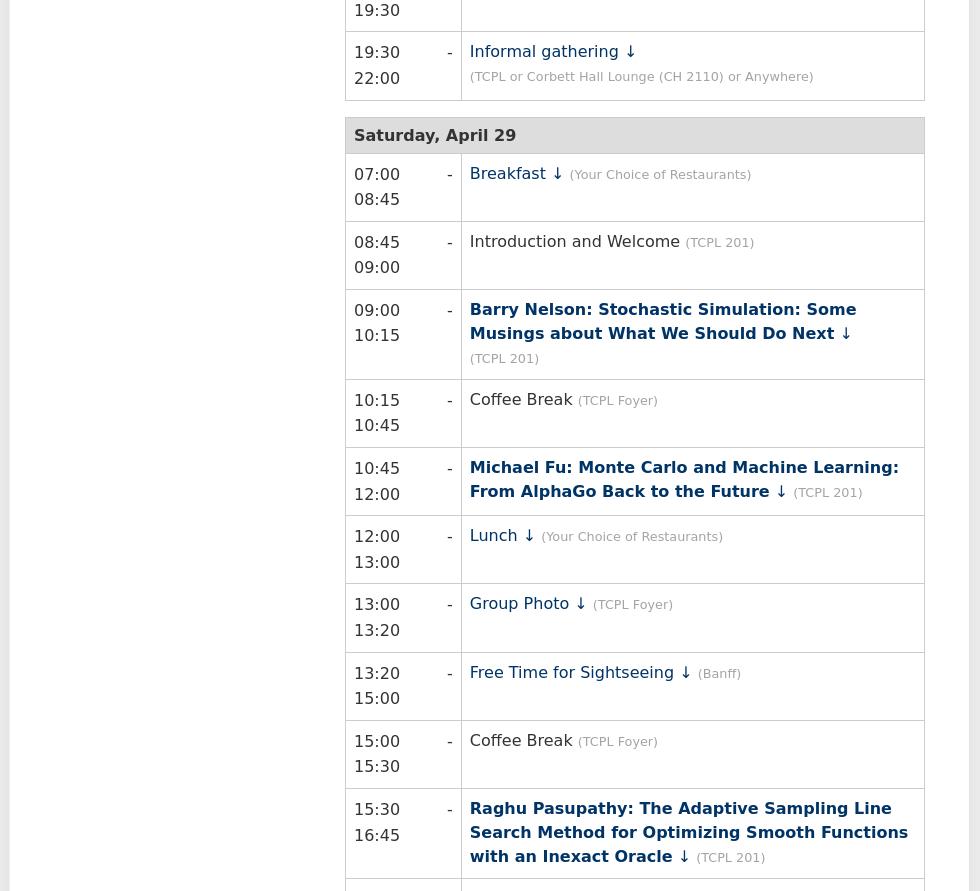 The width and height of the screenshot is (980, 891). What do you see at coordinates (469, 76) in the screenshot?
I see `'(TCPL or Corbett Hall Lounge (CH 2110) or Anywhere)'` at bounding box center [469, 76].